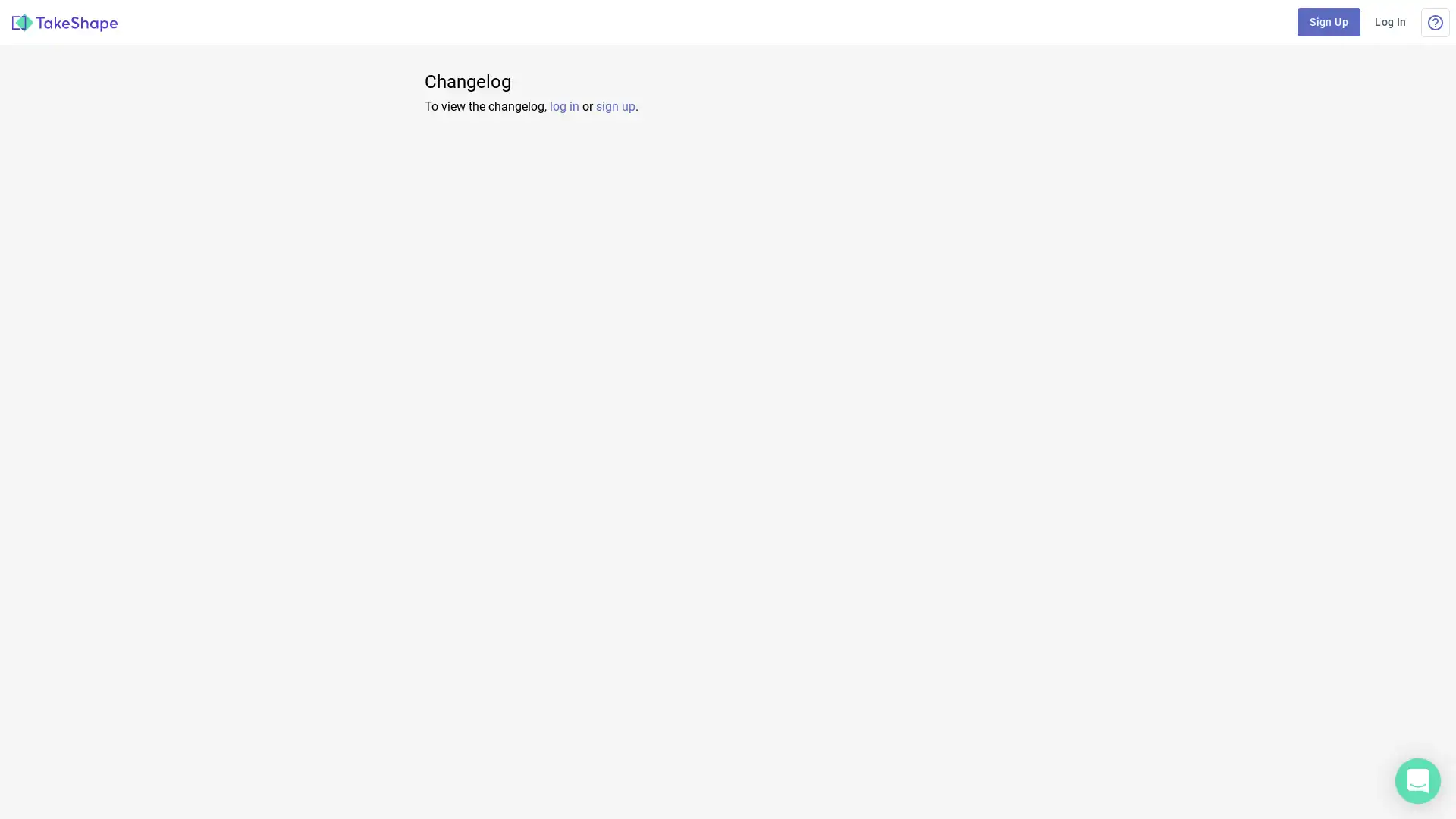 The height and width of the screenshot is (819, 1456). I want to click on Log In, so click(1390, 22).